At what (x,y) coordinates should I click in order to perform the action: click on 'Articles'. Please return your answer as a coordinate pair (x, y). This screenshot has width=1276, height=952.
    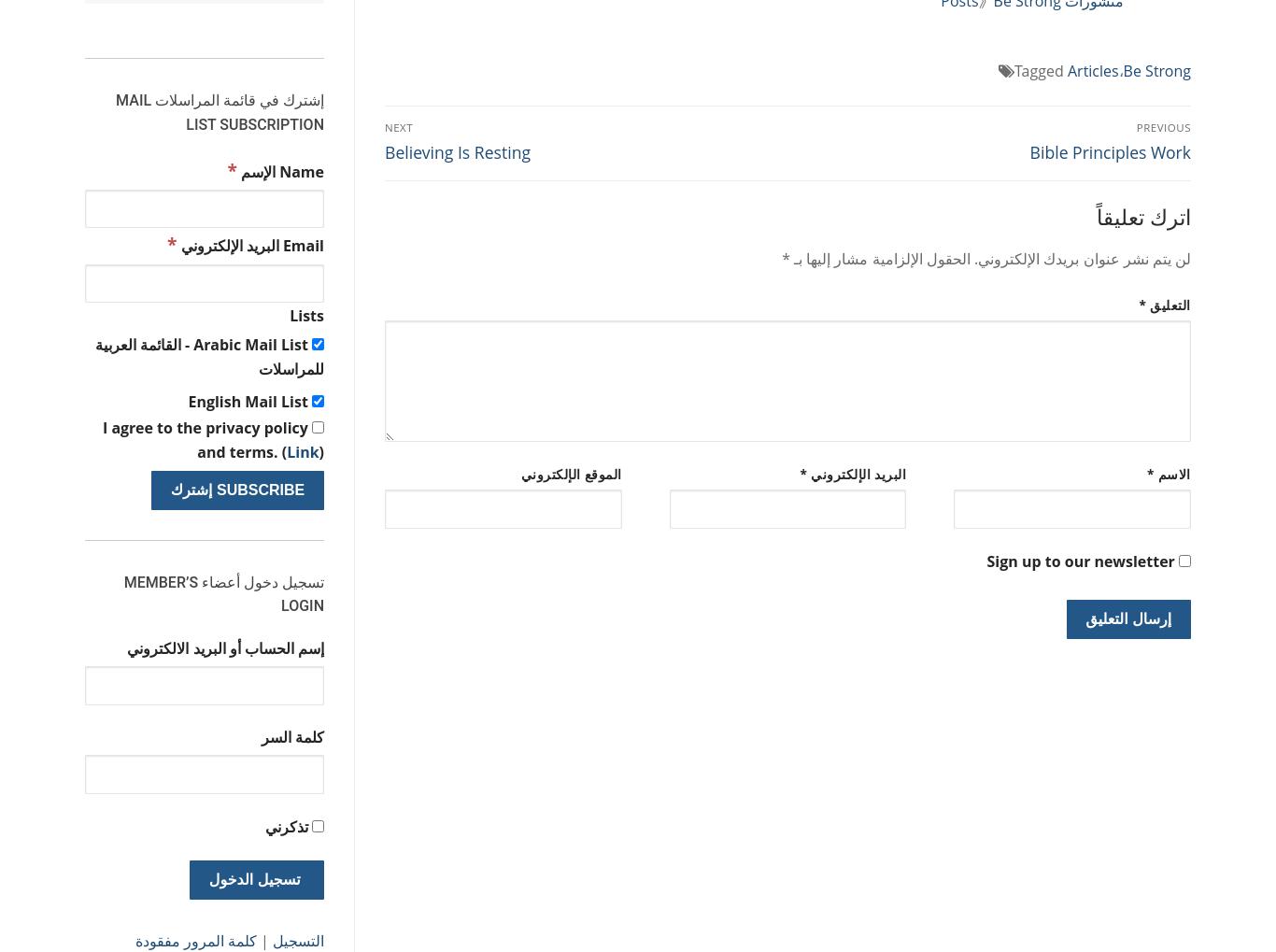
    Looking at the image, I should click on (1092, 71).